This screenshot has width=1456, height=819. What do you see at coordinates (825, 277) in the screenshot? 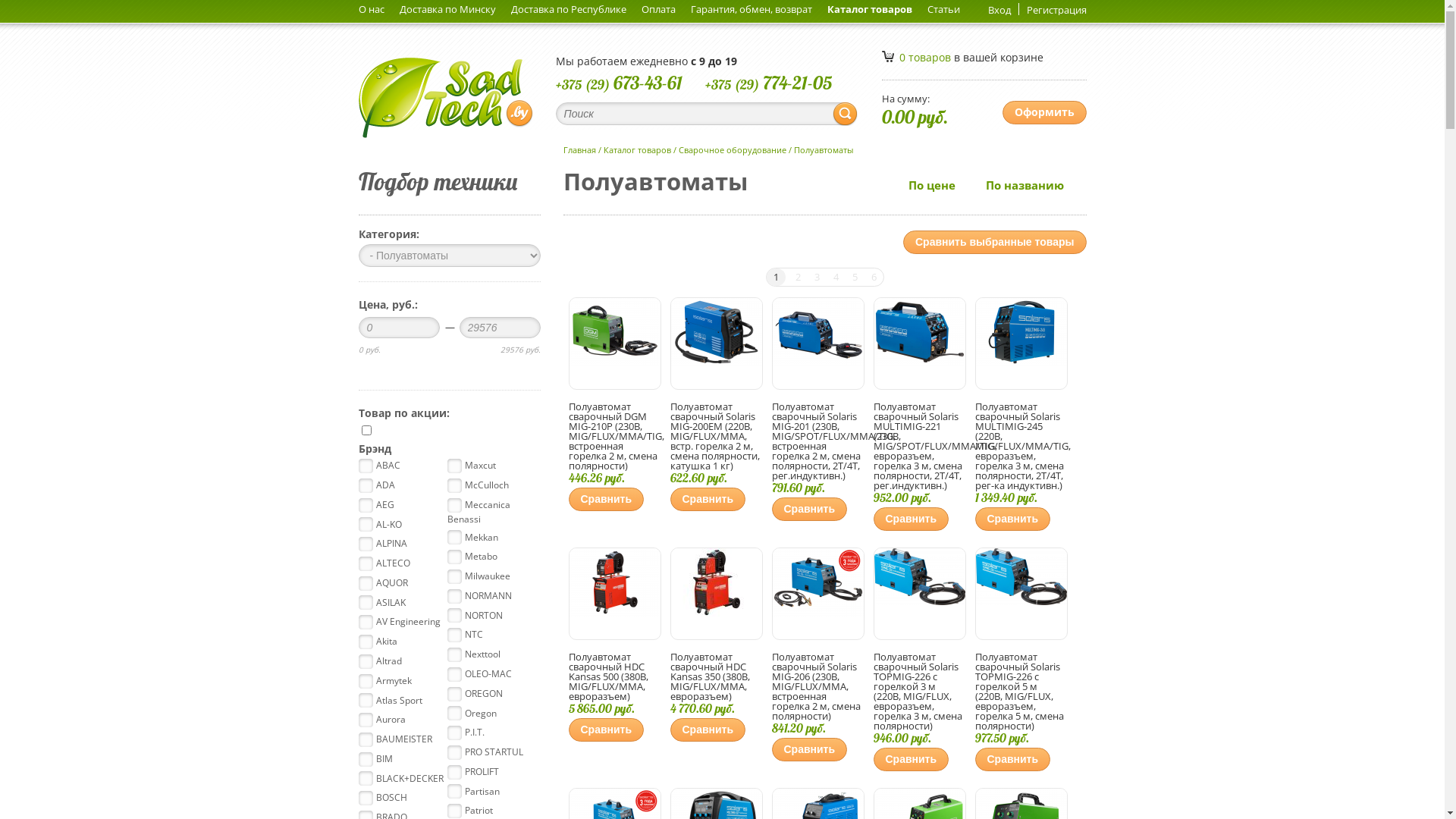
I see `'4'` at bounding box center [825, 277].